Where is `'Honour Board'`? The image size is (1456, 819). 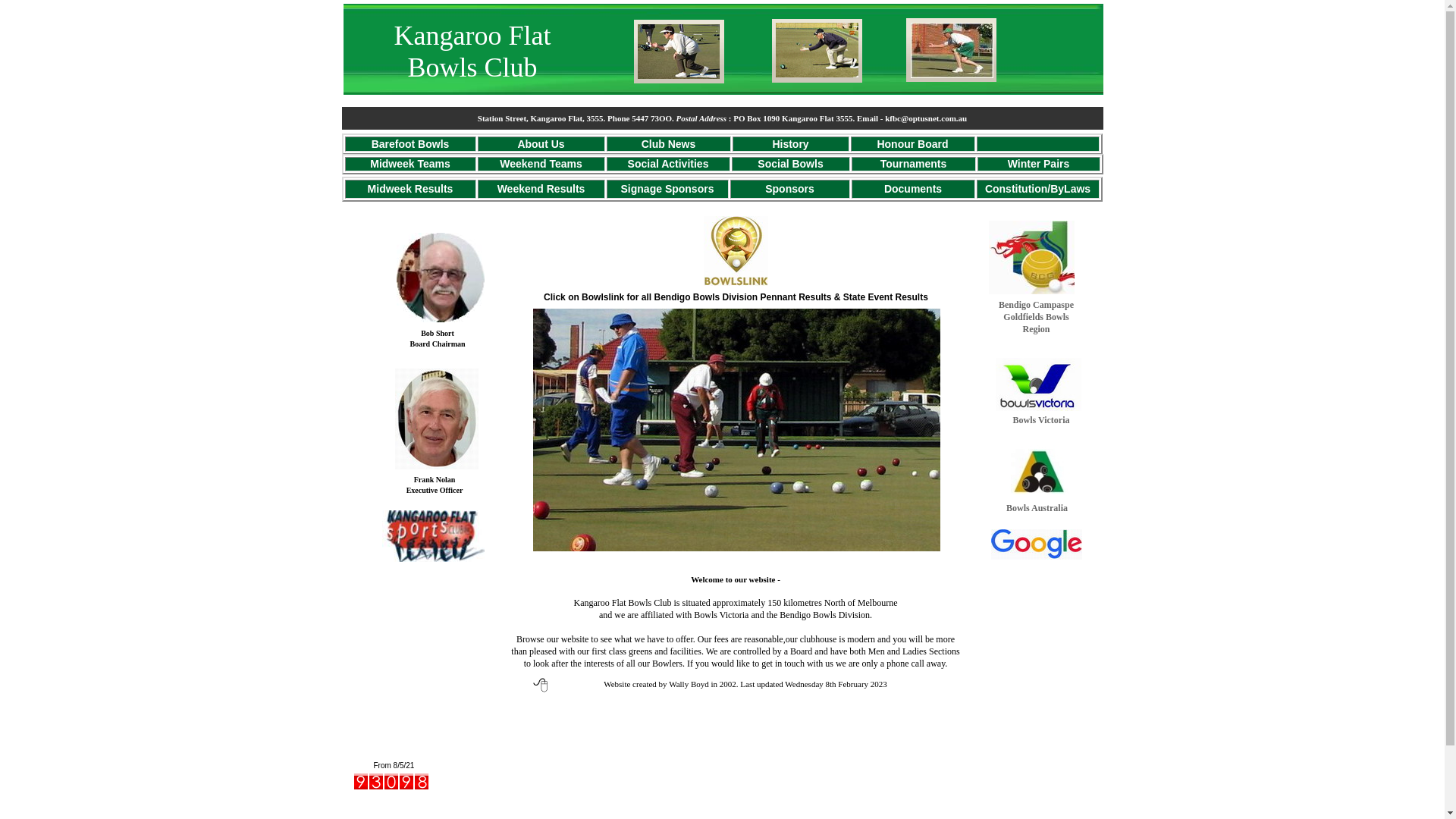 'Honour Board' is located at coordinates (912, 143).